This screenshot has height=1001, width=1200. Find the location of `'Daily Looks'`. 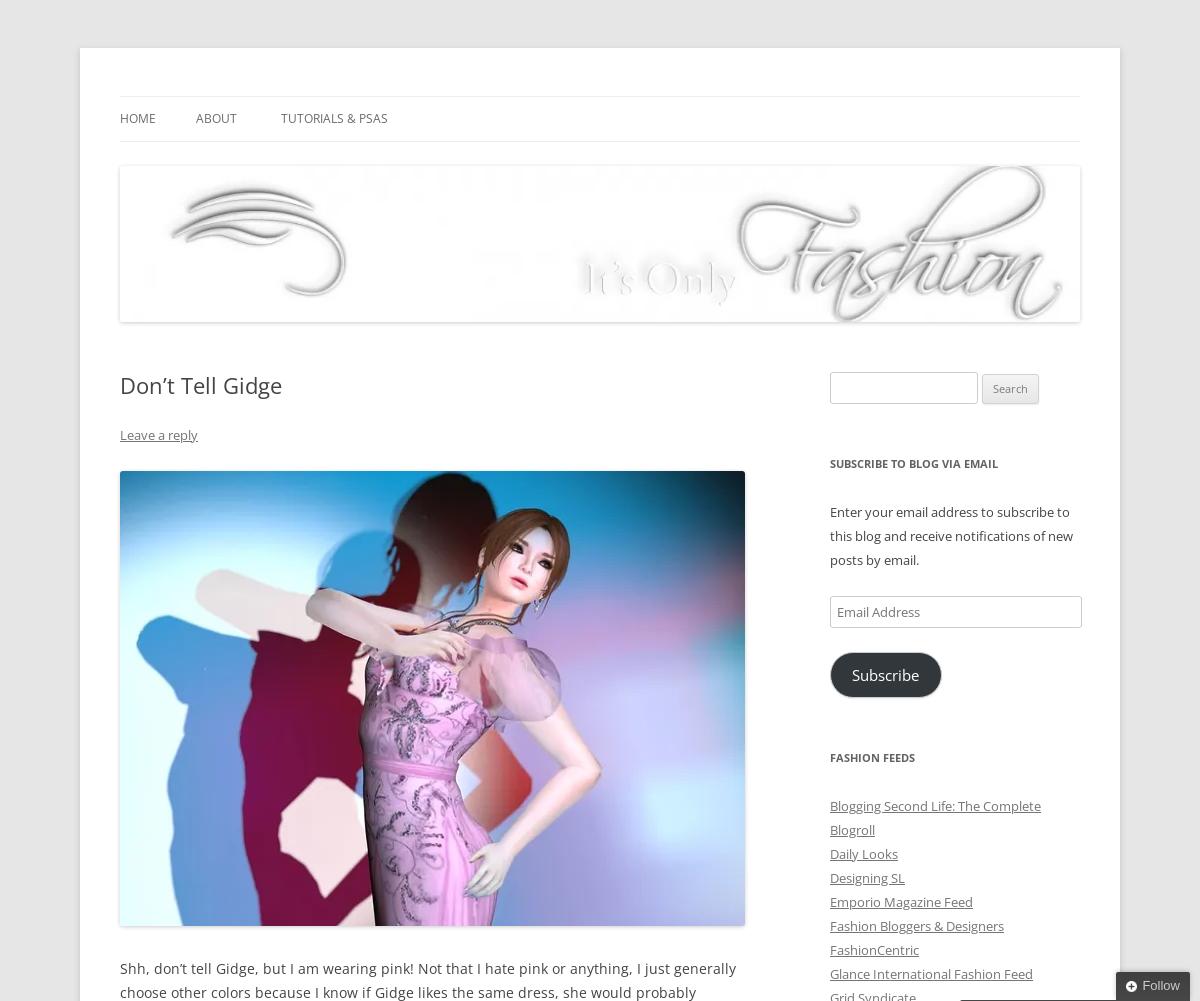

'Daily Looks' is located at coordinates (863, 851).